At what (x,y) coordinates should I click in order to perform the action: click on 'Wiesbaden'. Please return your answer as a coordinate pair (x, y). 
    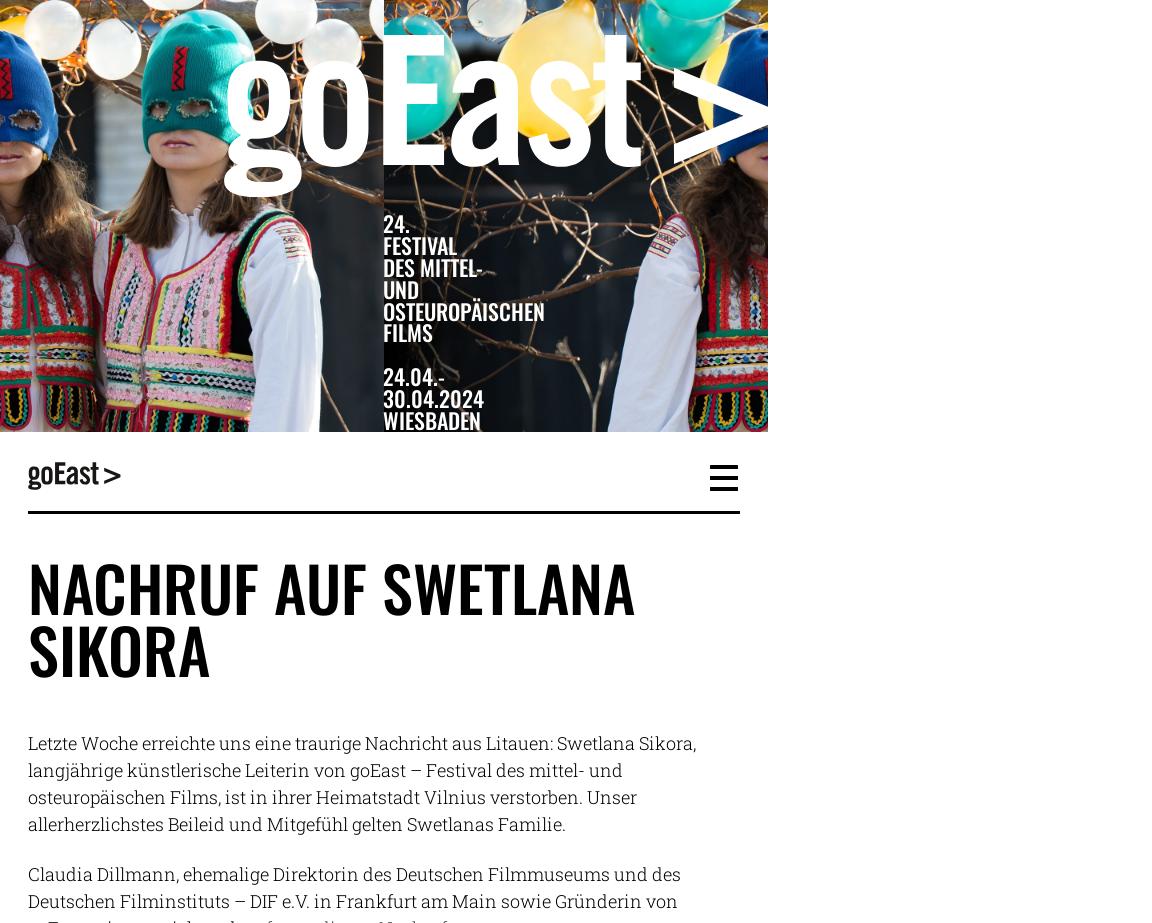
    Looking at the image, I should click on (431, 419).